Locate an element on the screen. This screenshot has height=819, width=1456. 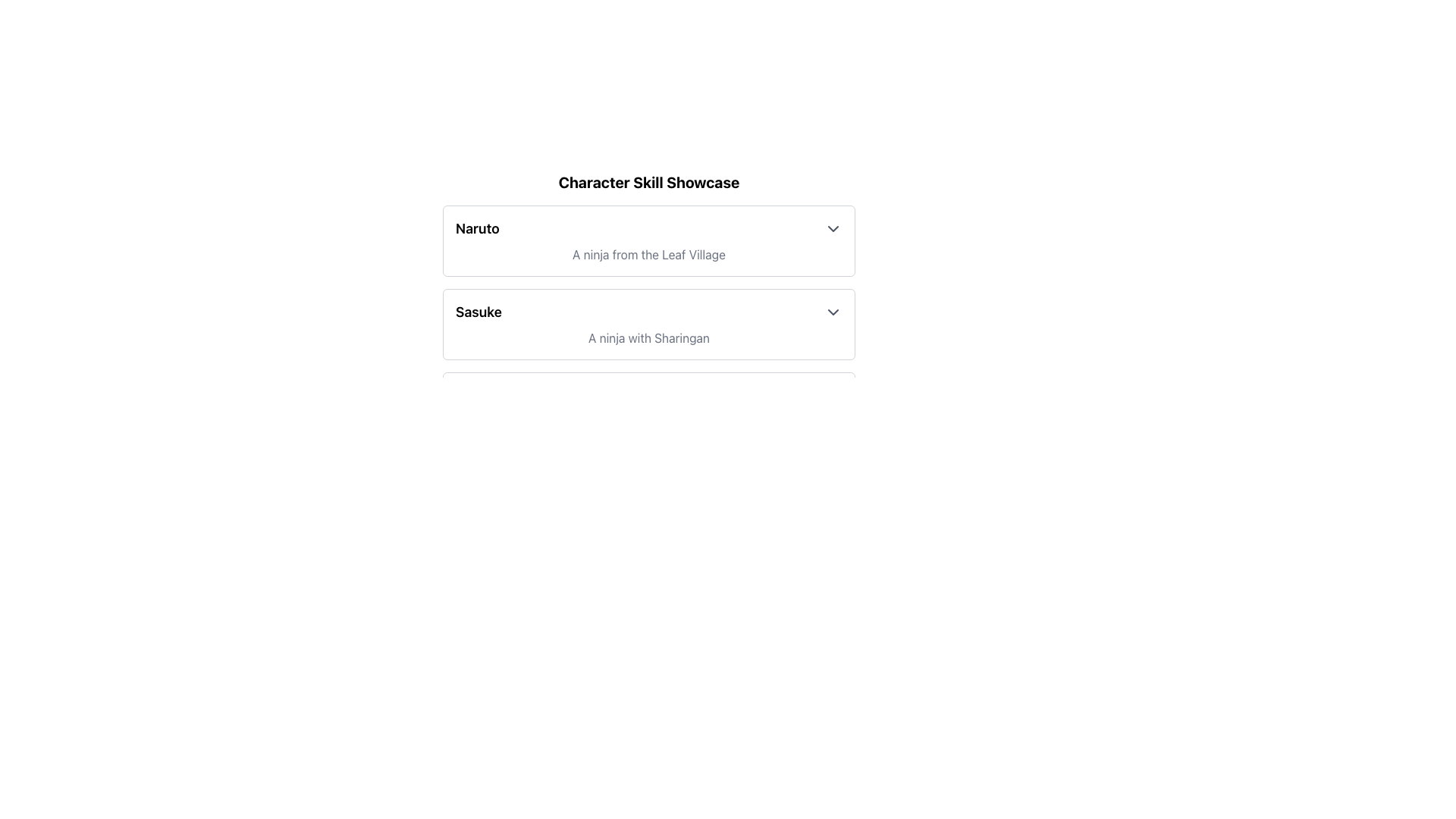
the Dropdown toggle button located at the far right of the section containing the text 'Naruto' is located at coordinates (833, 228).